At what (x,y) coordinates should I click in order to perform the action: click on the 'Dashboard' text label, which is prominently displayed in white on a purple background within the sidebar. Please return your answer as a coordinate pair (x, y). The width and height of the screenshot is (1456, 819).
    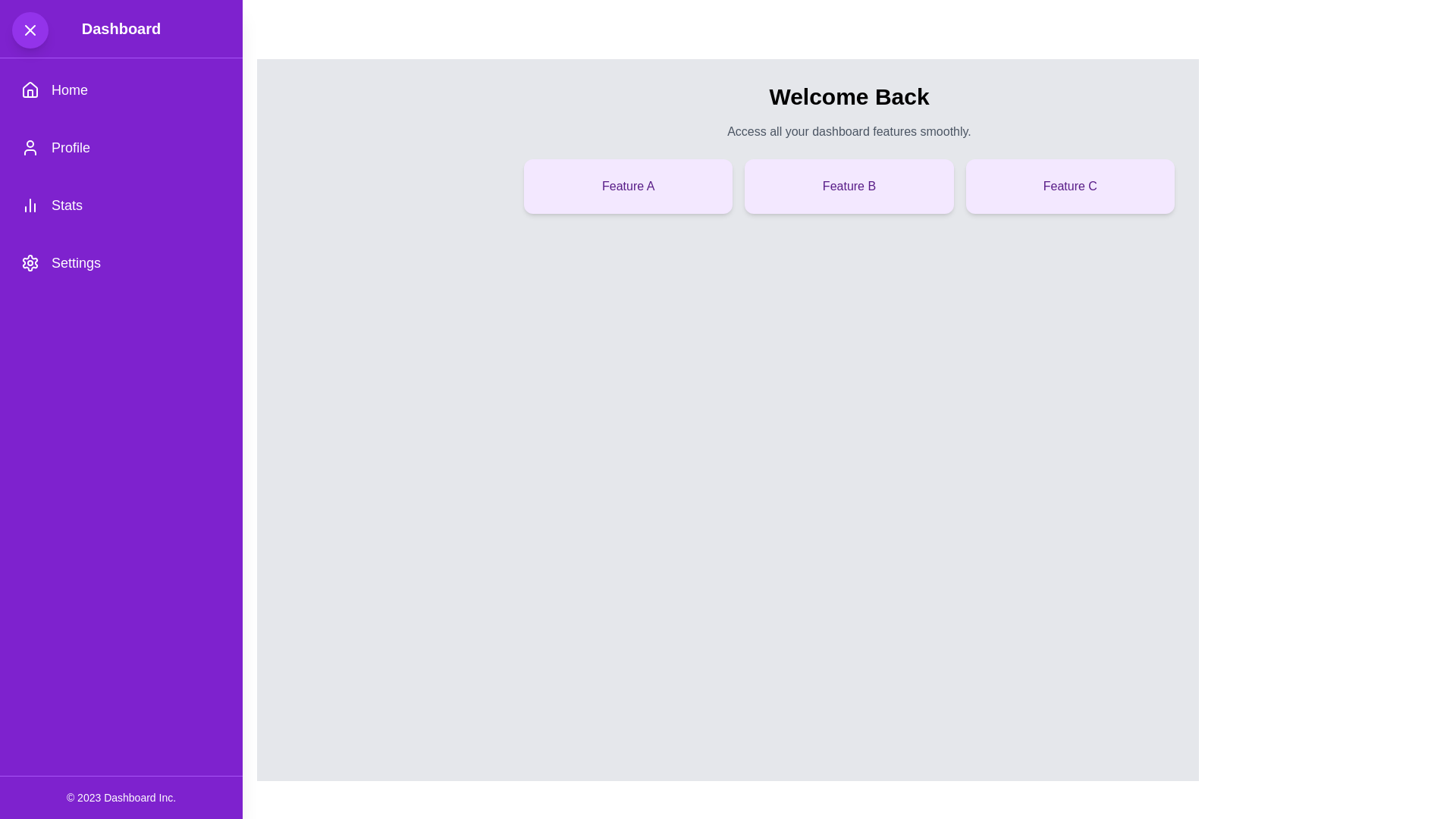
    Looking at the image, I should click on (120, 29).